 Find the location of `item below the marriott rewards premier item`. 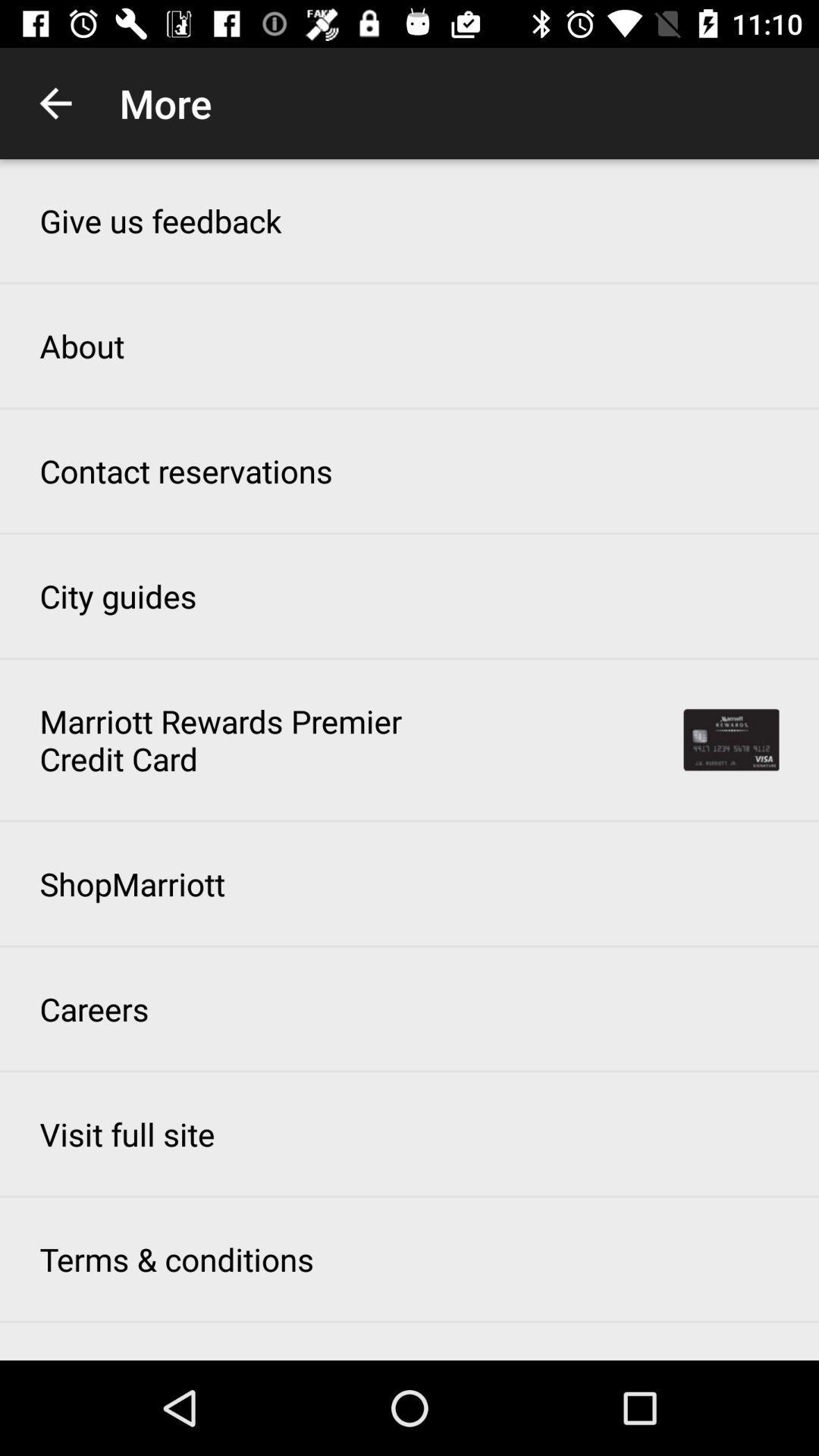

item below the marriott rewards premier item is located at coordinates (131, 883).